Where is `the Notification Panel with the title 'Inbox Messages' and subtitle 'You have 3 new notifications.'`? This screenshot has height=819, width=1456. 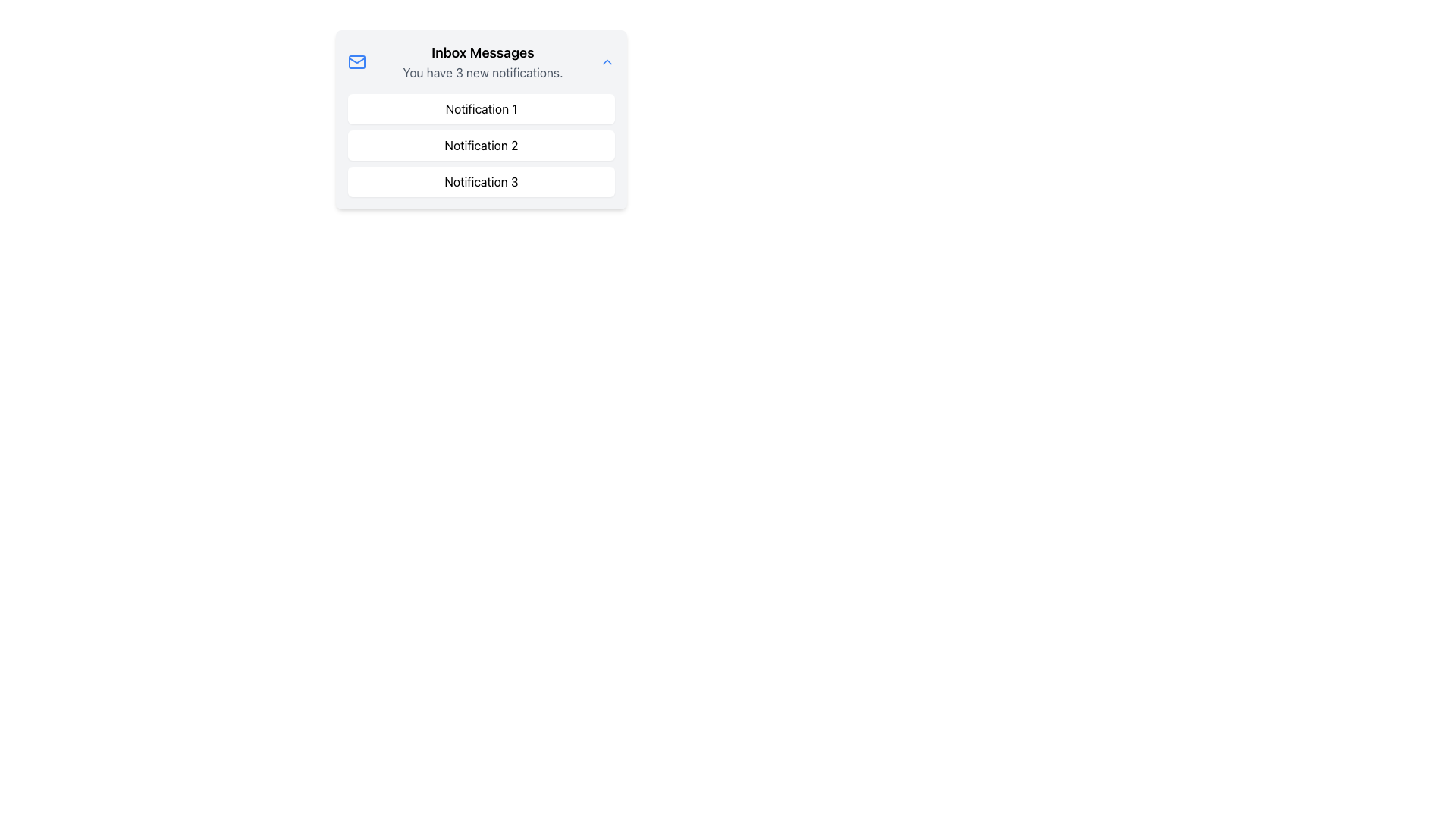
the Notification Panel with the title 'Inbox Messages' and subtitle 'You have 3 new notifications.' is located at coordinates (480, 119).